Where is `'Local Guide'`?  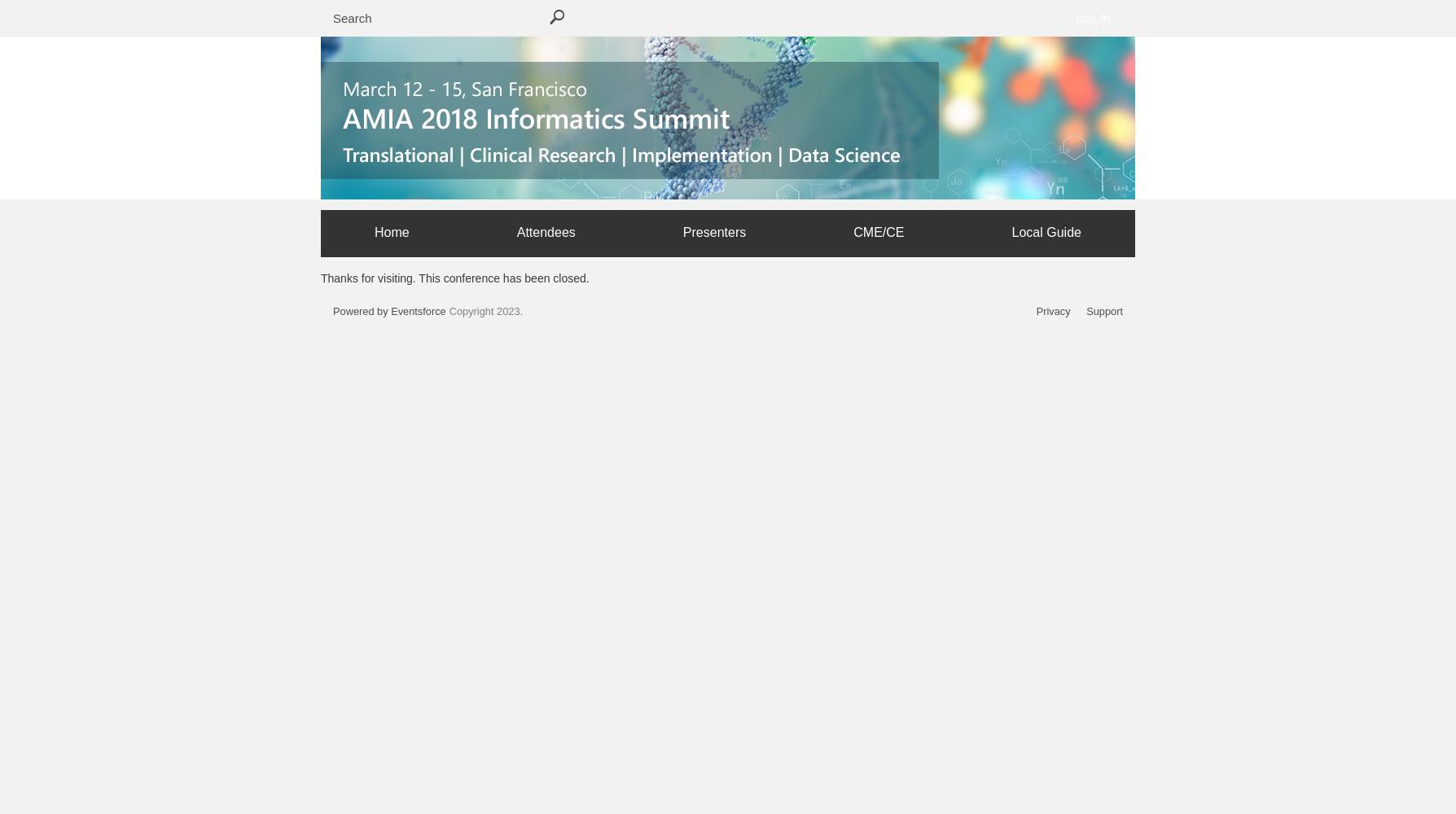 'Local Guide' is located at coordinates (1045, 231).